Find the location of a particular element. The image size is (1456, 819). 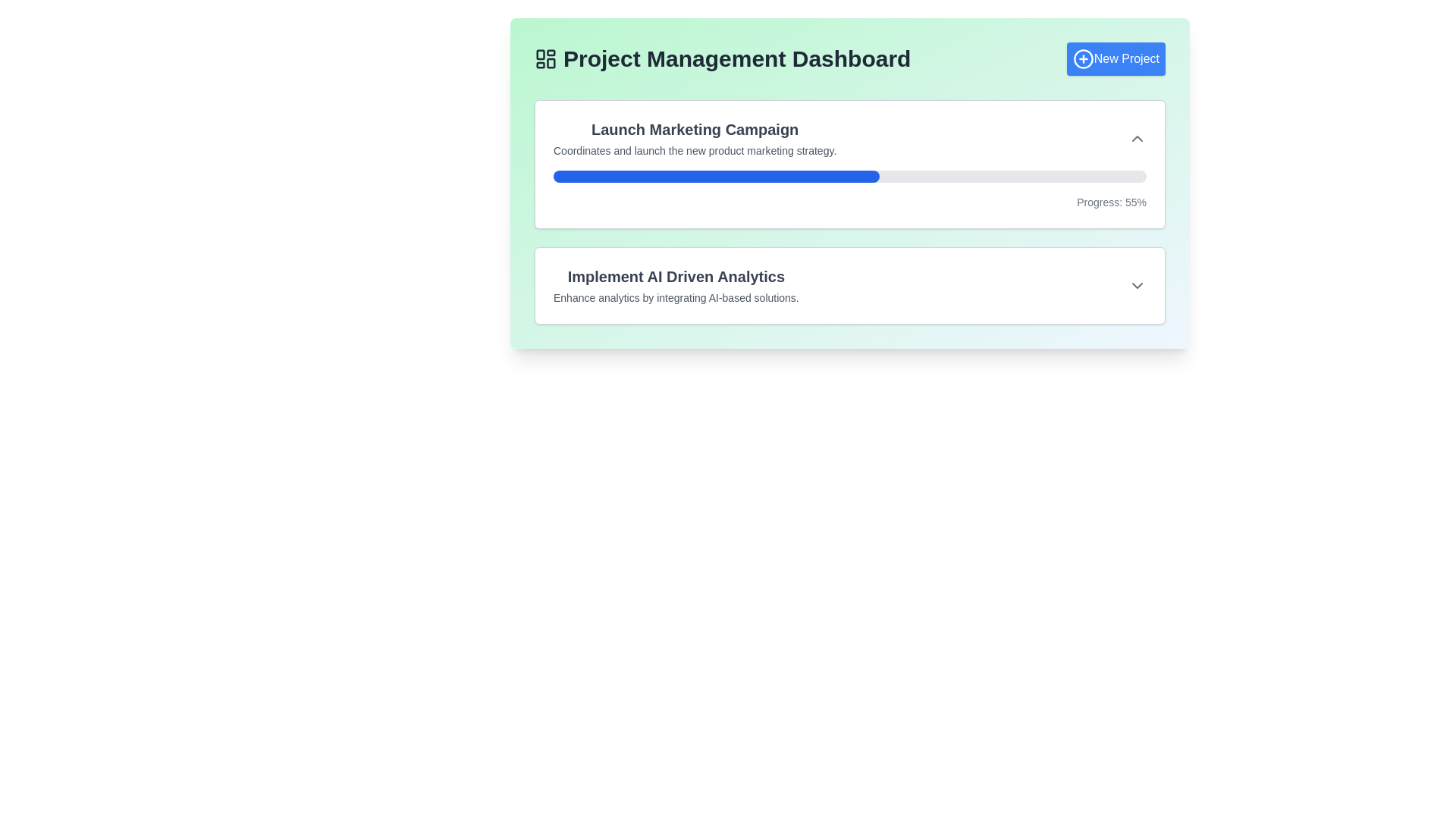

the progress bar that indicates 55% progress, located within the 'Launch Marketing Campaign' card is located at coordinates (850, 189).